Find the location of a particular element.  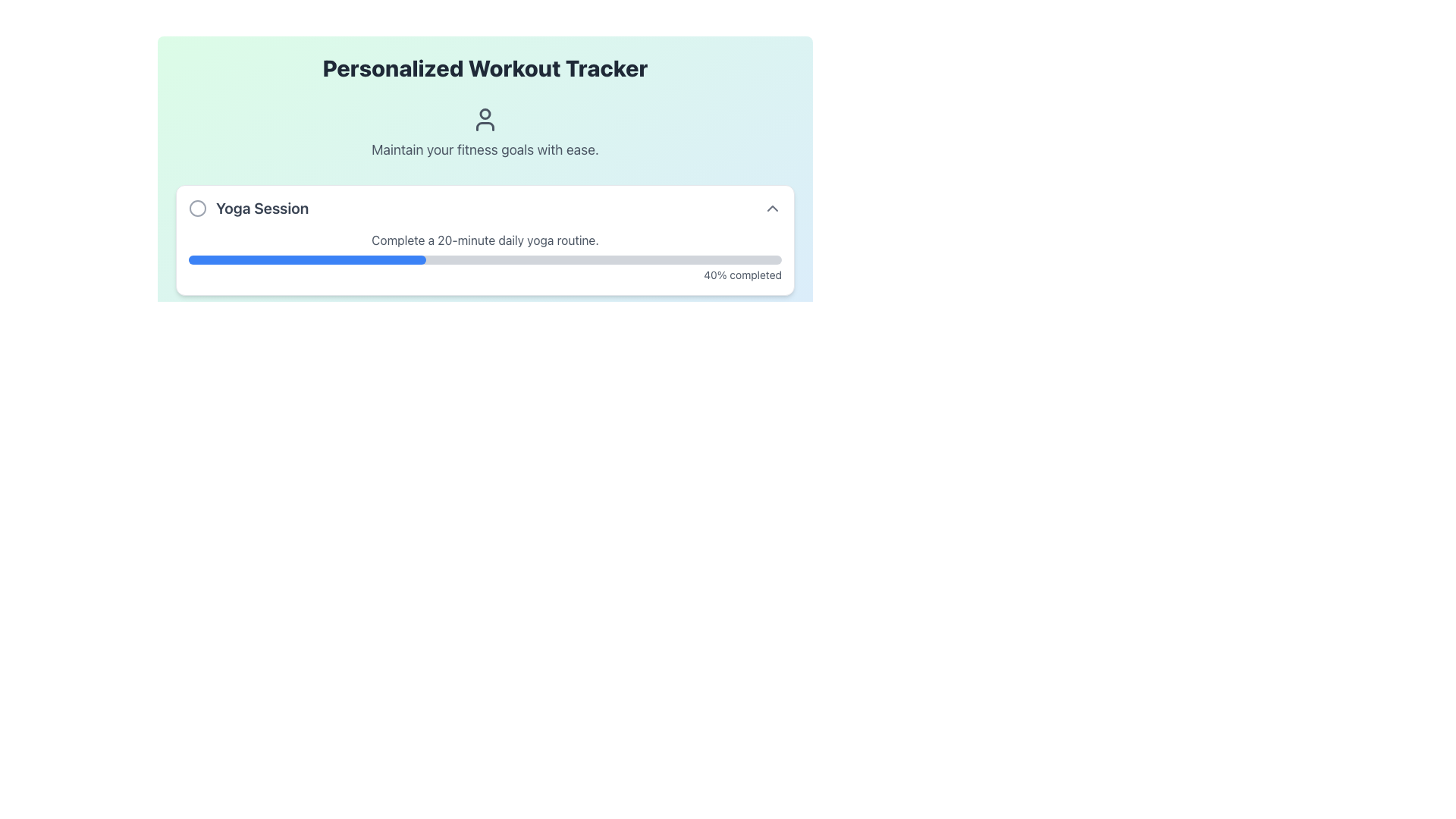

the horizontally-aligned progress bar that is light gray with a blue-filled section covering 40% of its width, located beneath the text 'Complete a 20-minute daily yoga routine.' and above '40% completed.' is located at coordinates (484, 259).